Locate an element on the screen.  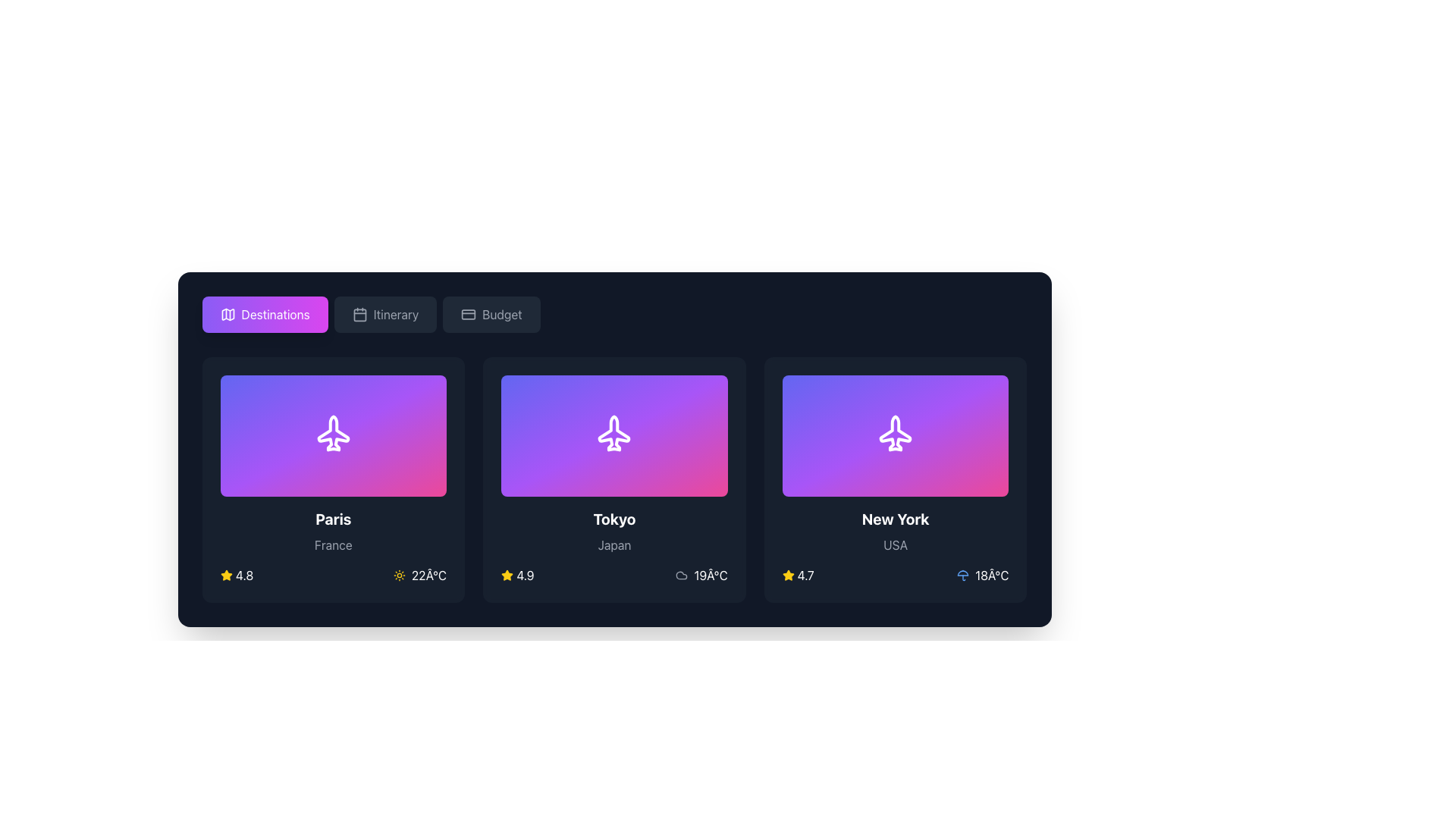
temperature value displayed in the text label for 'New York', which is located at the bottom of the card next to the umbrella icon is located at coordinates (992, 576).